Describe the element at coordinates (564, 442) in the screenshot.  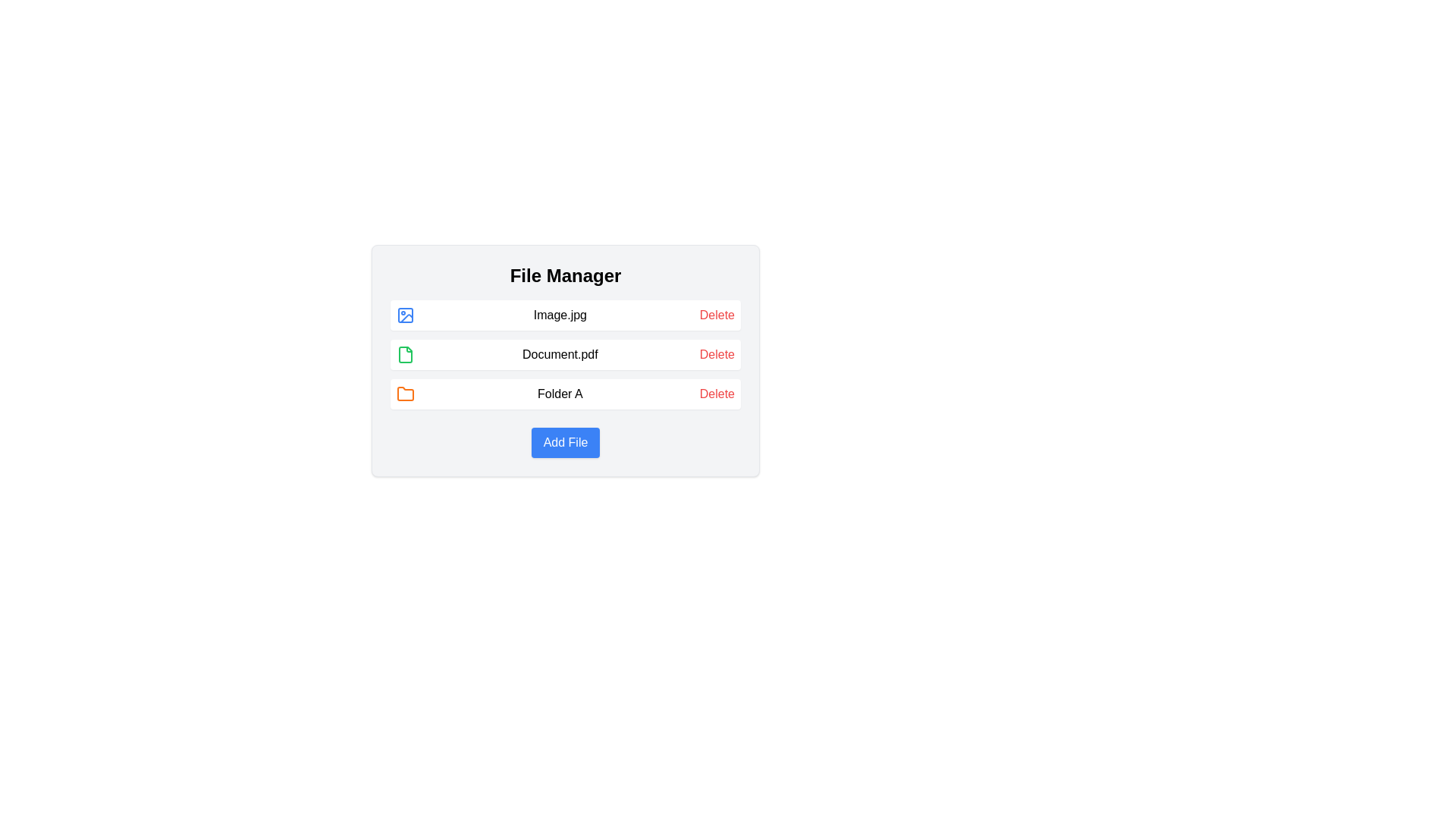
I see `the 'Add File' button located at the bottom of the 'File Manager' modal to initiate the file upload or creation process` at that location.